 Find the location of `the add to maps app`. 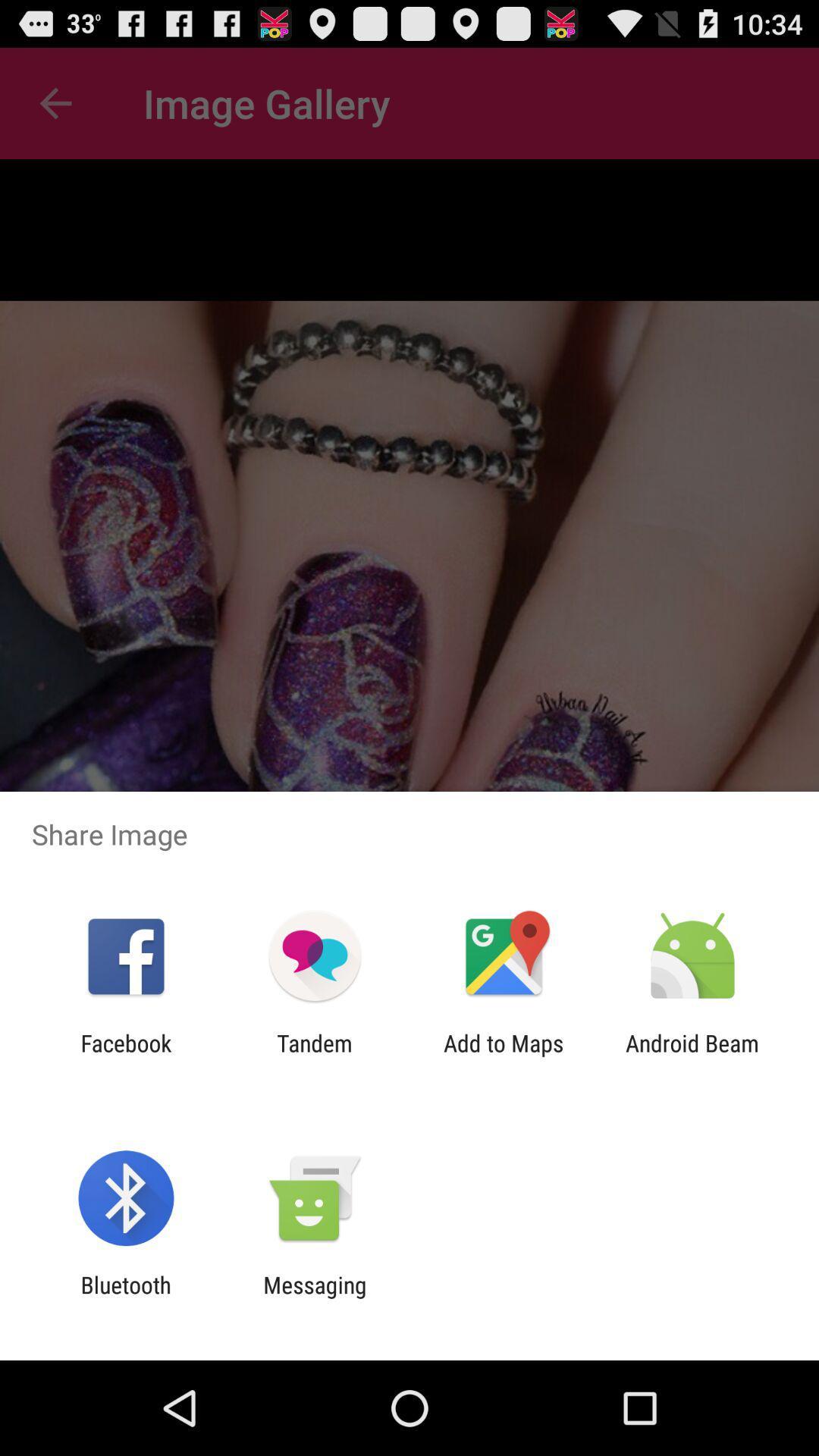

the add to maps app is located at coordinates (504, 1056).